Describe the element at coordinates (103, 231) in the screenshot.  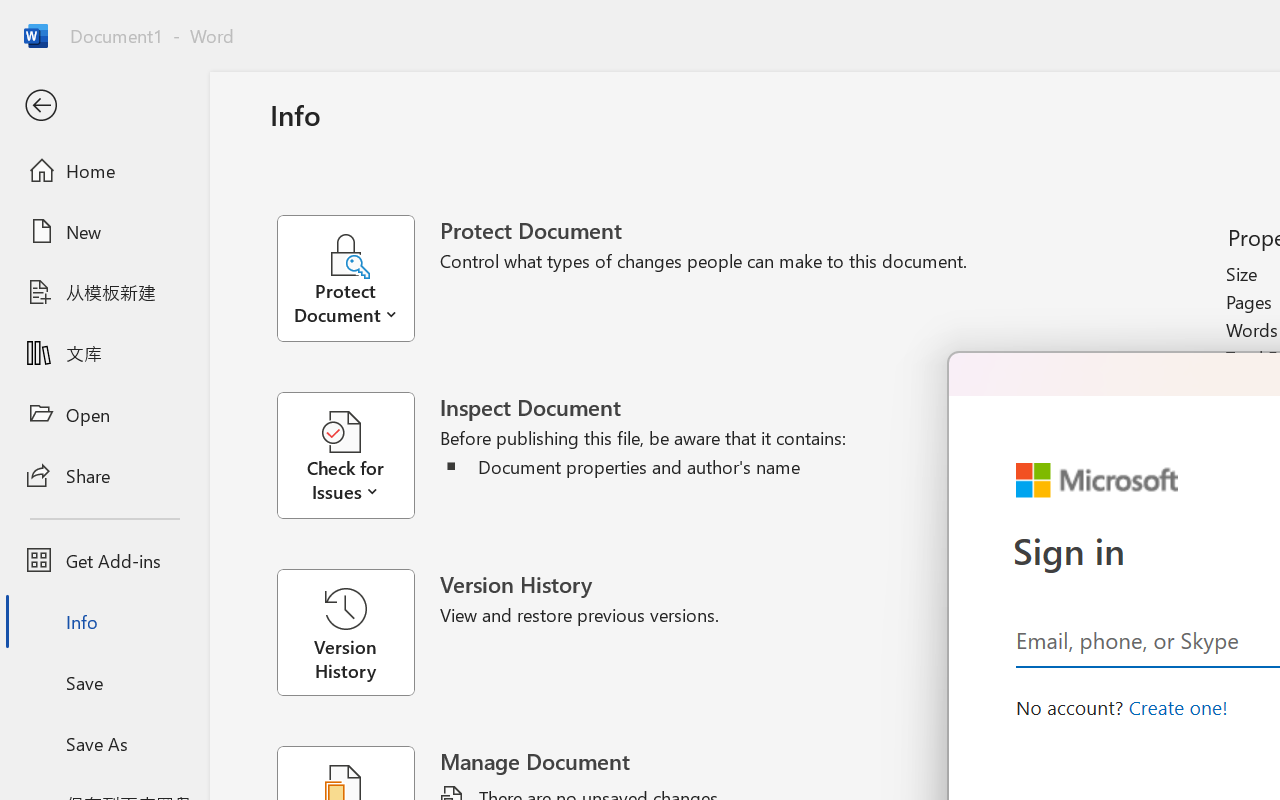
I see `'New'` at that location.